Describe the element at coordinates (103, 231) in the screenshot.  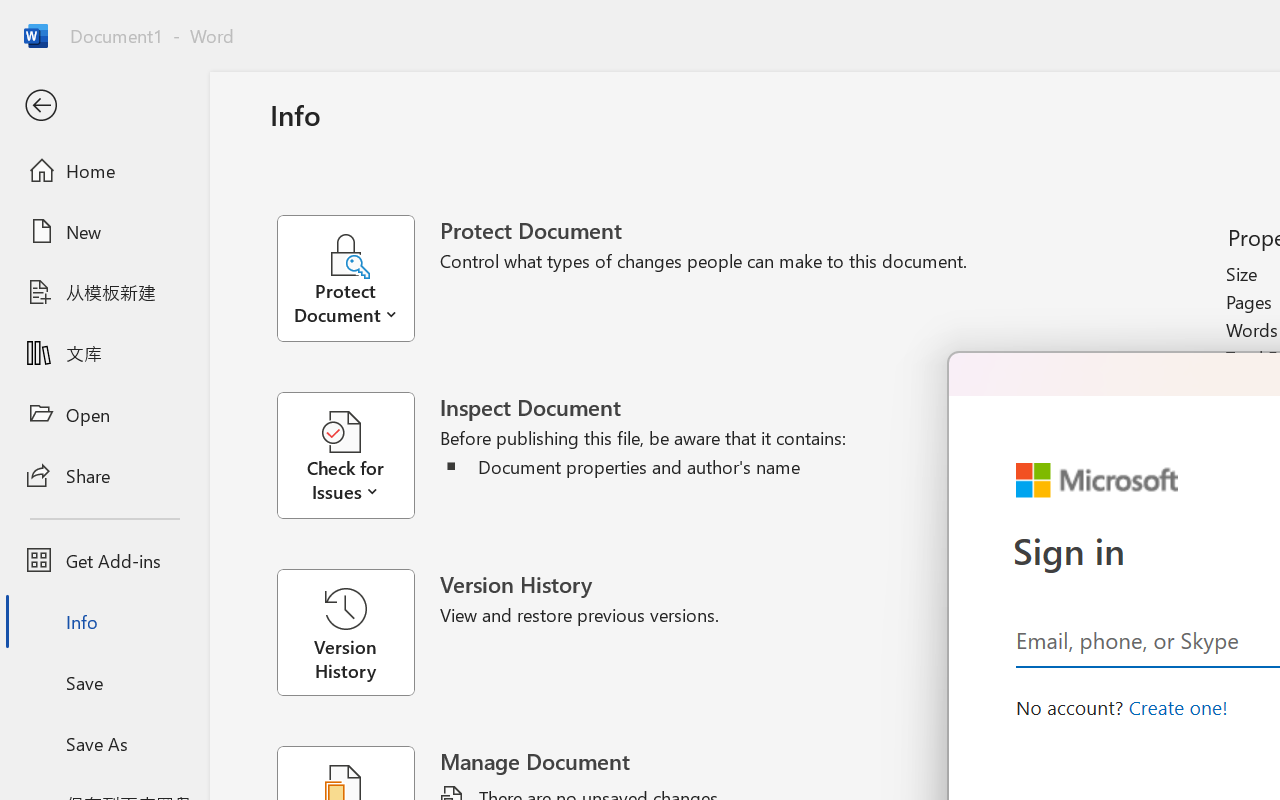
I see `'New'` at that location.